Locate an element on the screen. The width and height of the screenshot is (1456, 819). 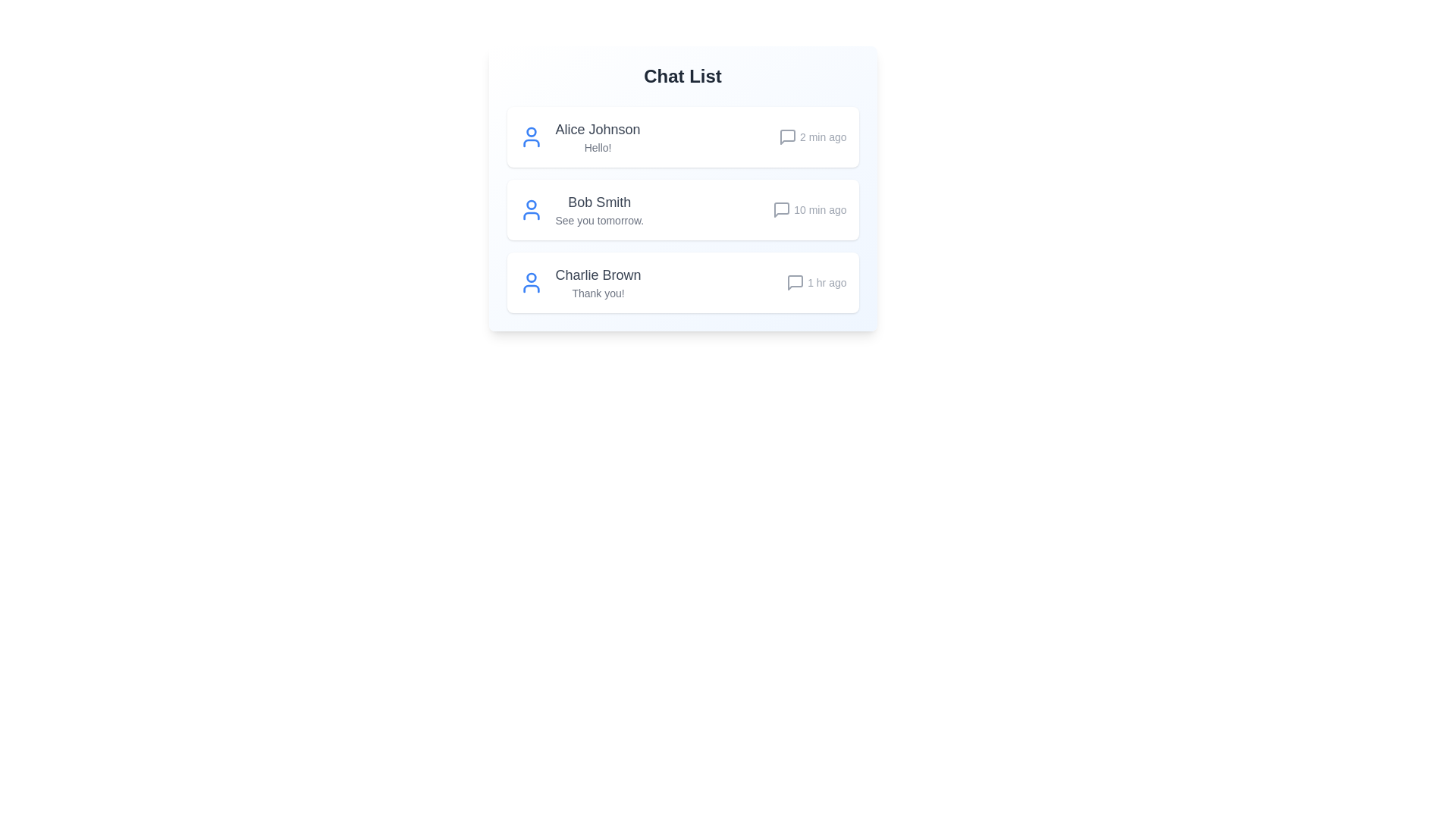
the user icon for Charlie Brown to inspect its functionality is located at coordinates (531, 283).